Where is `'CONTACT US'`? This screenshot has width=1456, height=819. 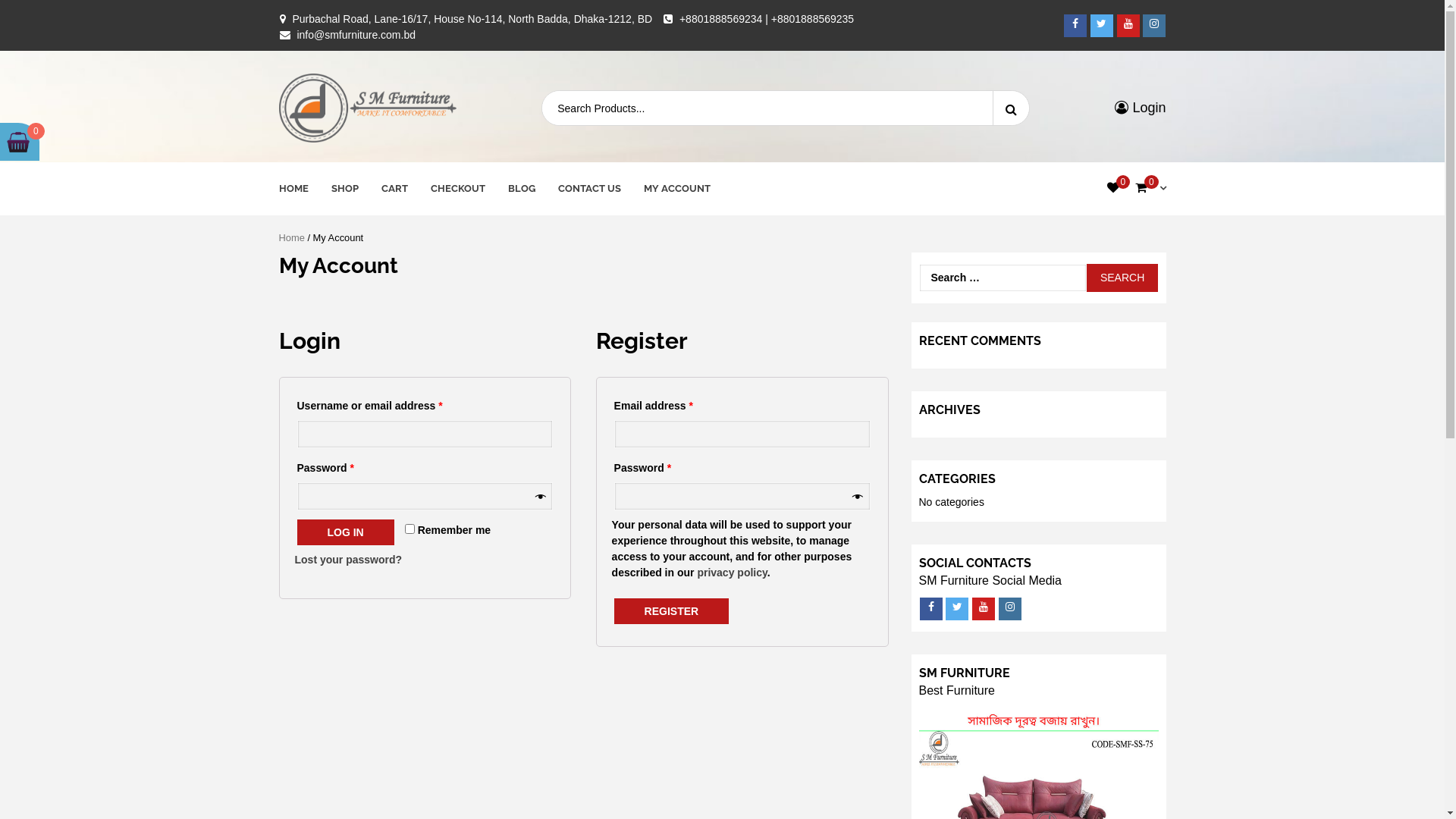 'CONTACT US' is located at coordinates (588, 188).